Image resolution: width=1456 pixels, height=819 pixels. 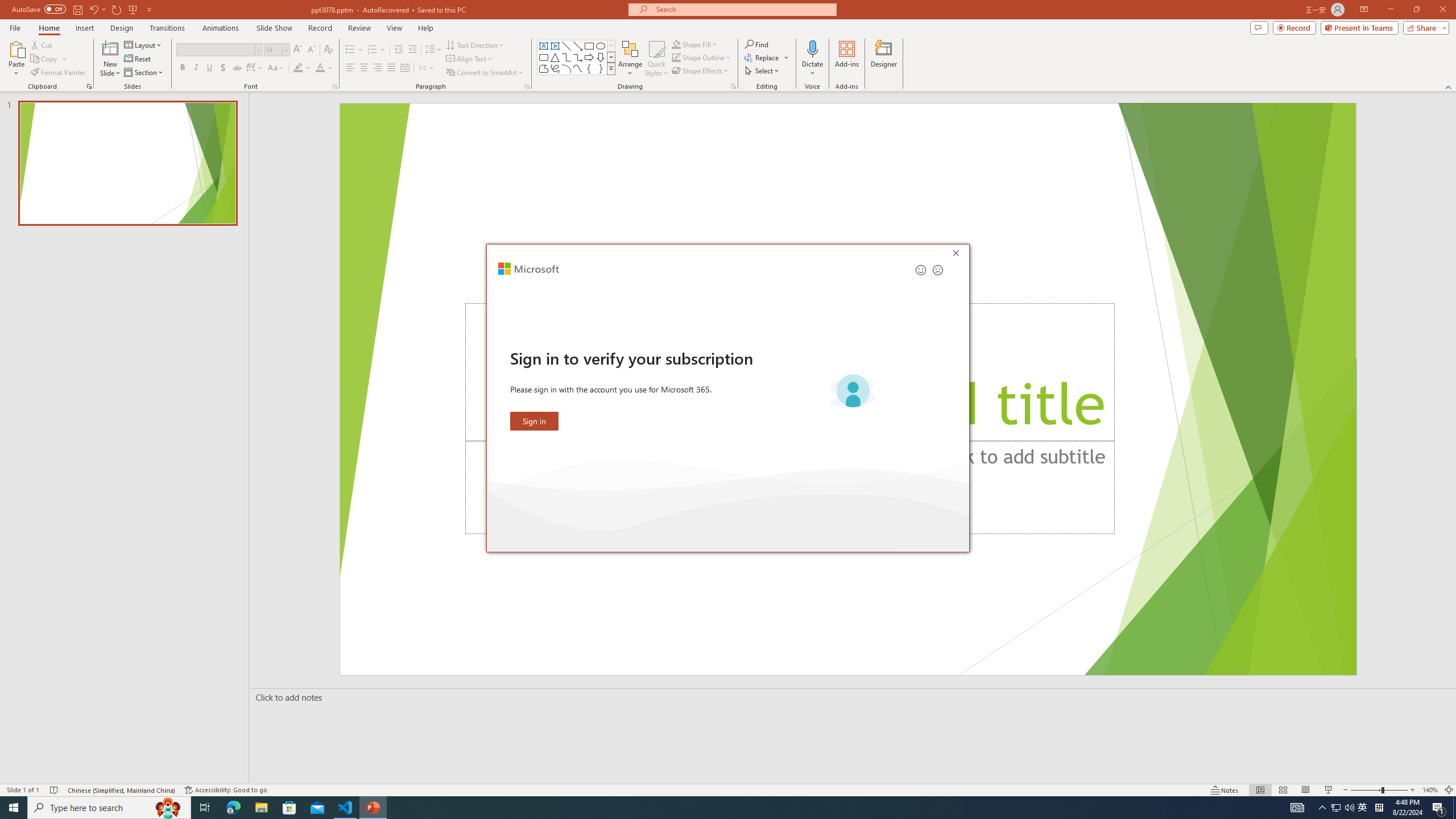 I want to click on 'Align Right', so click(x=378, y=67).